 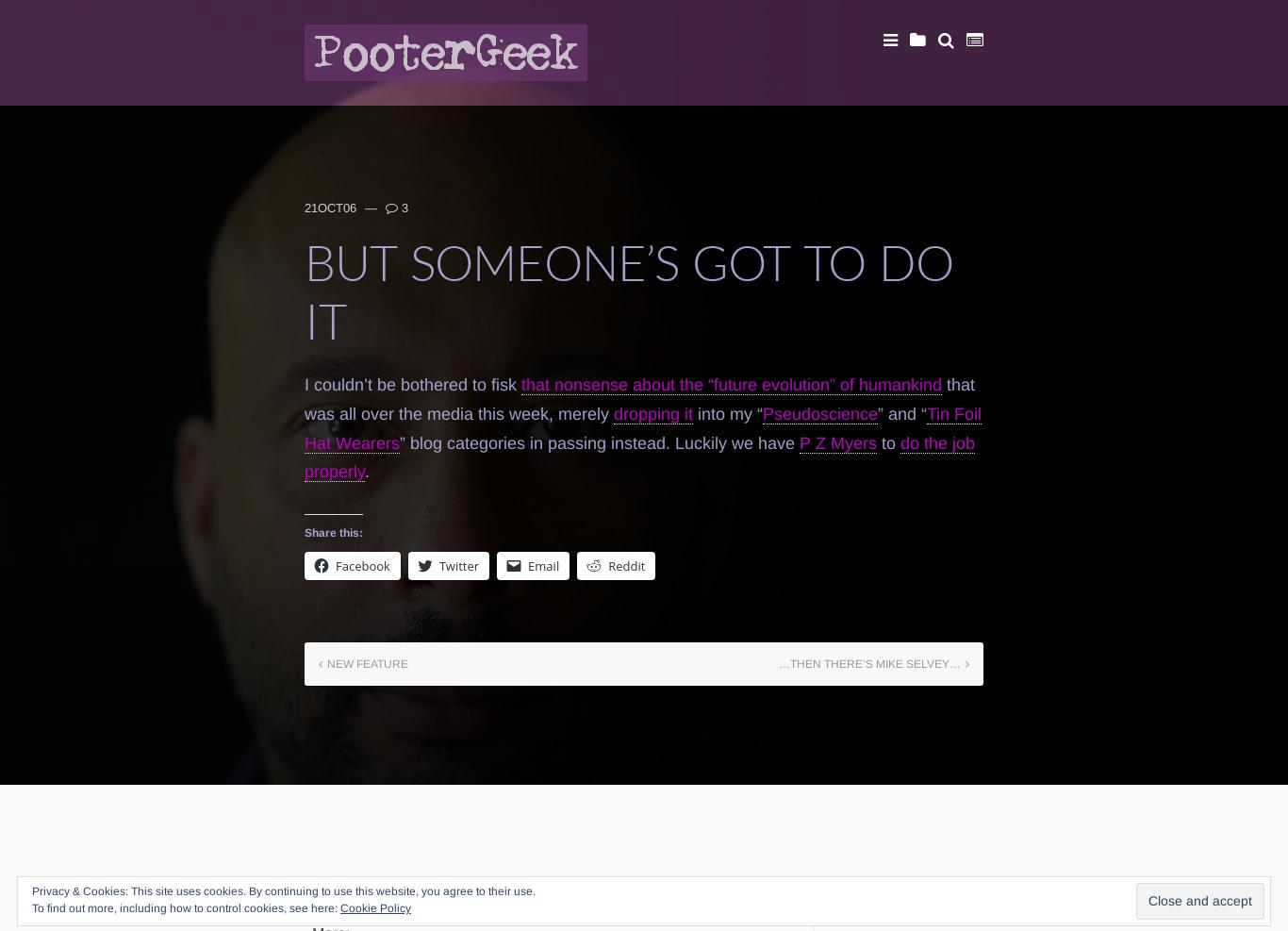 I want to click on '.', so click(x=366, y=472).